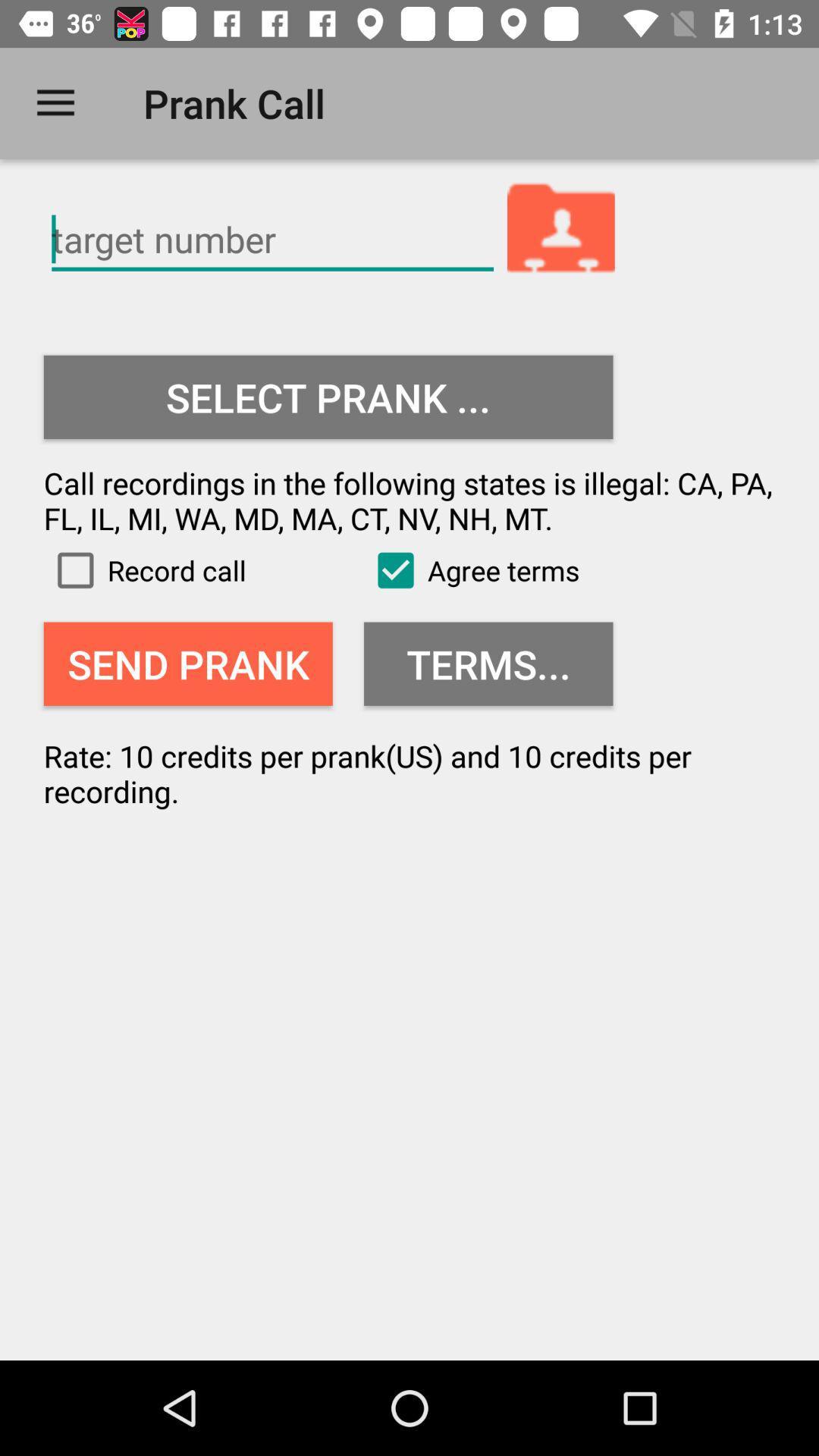 The height and width of the screenshot is (1456, 819). What do you see at coordinates (561, 230) in the screenshot?
I see `the folder icon` at bounding box center [561, 230].